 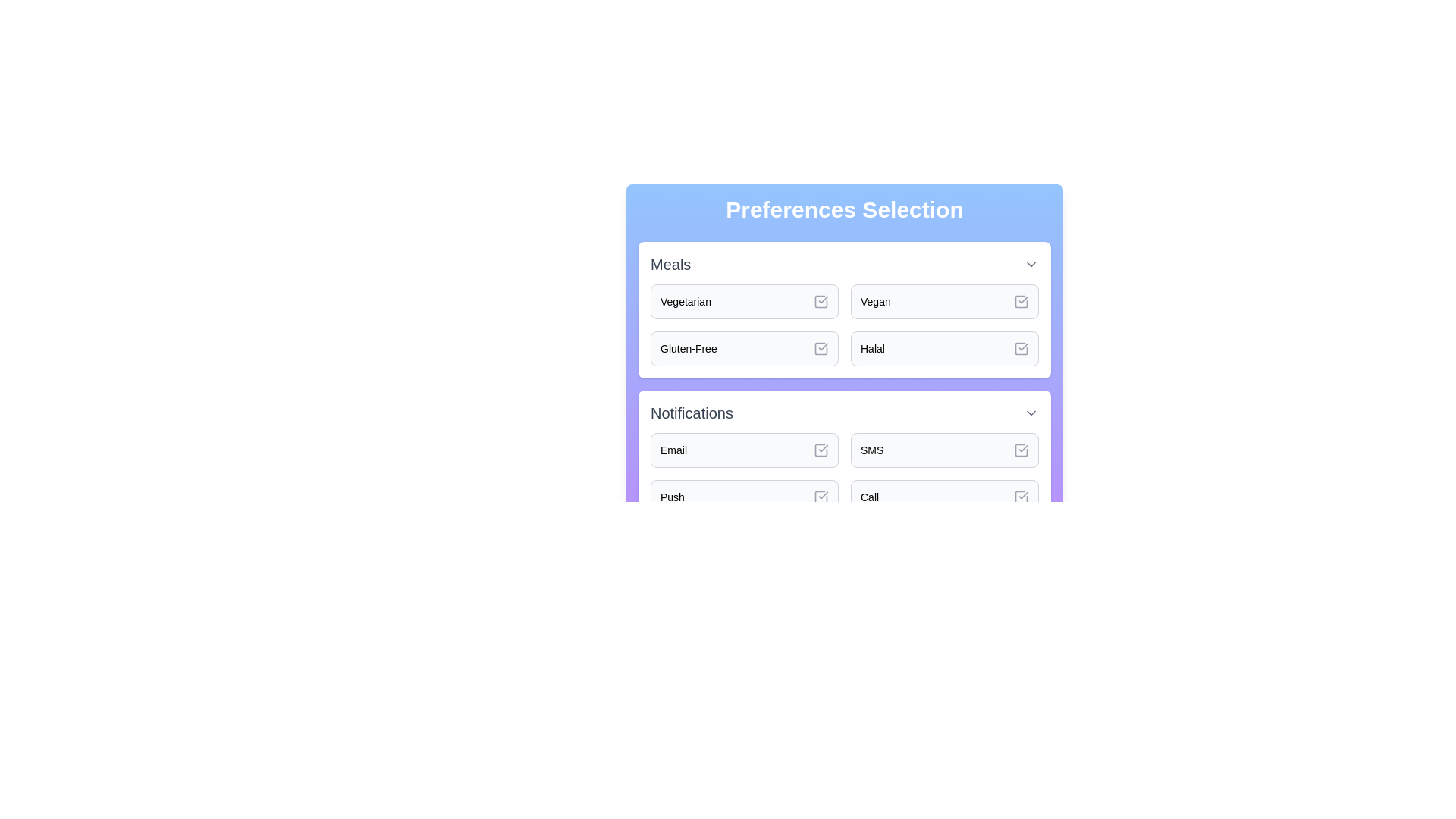 What do you see at coordinates (1031, 263) in the screenshot?
I see `the dropdown toggle icon located at the top-right corner of the 'Meals' section` at bounding box center [1031, 263].